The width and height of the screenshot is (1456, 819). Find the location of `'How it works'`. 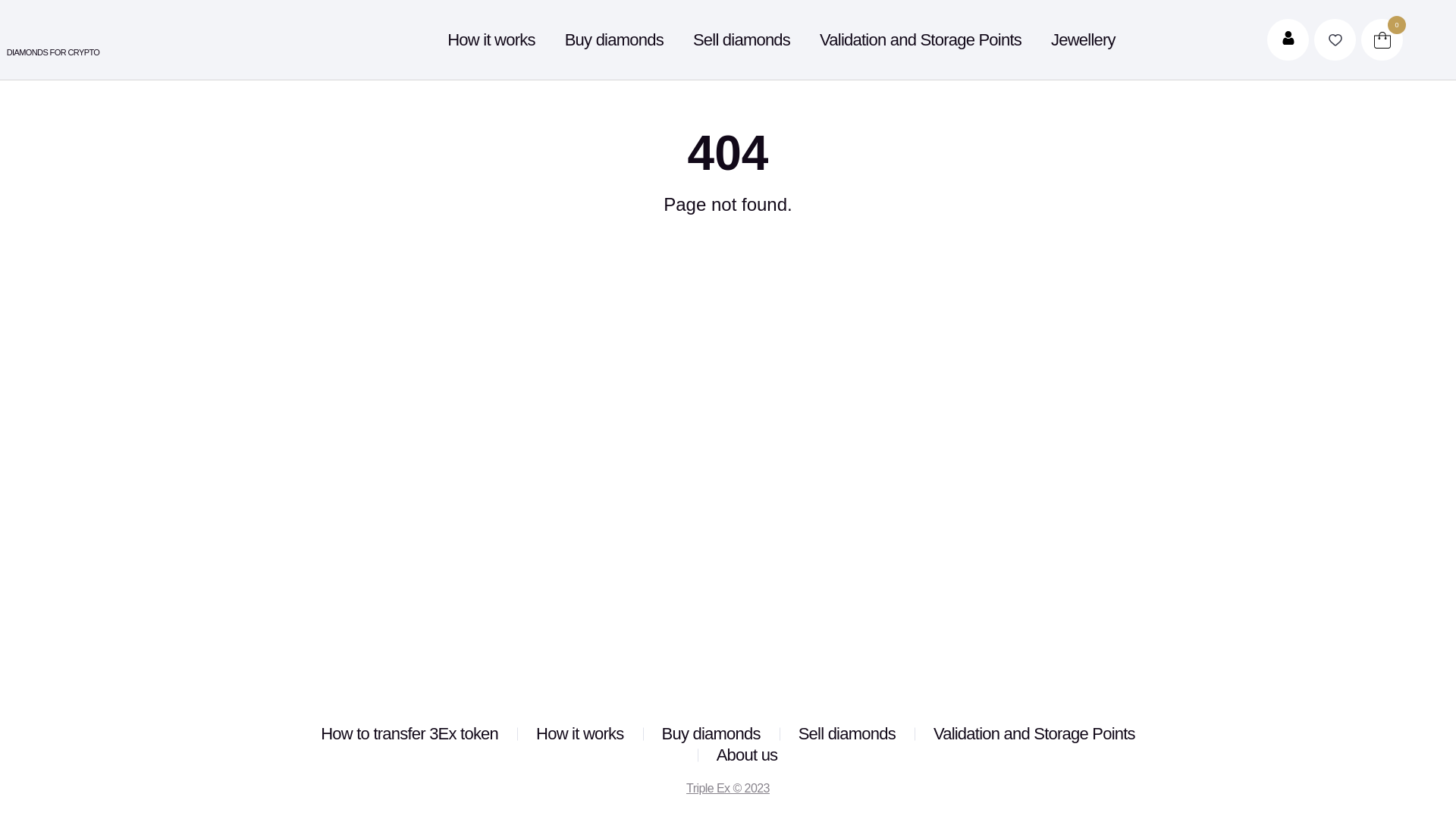

'How it works' is located at coordinates (447, 39).